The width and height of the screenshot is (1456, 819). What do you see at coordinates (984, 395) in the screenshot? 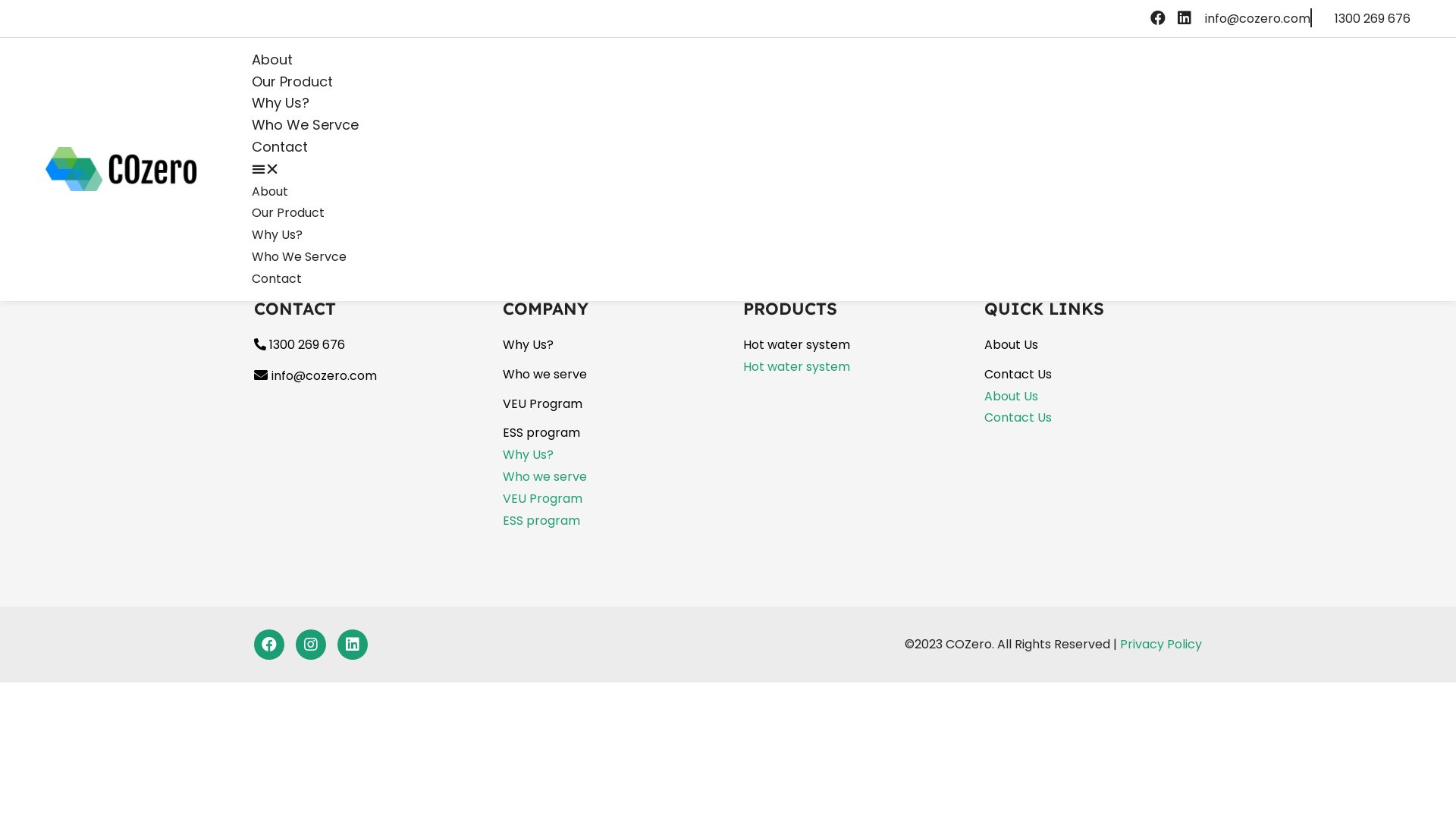
I see `'About Us'` at bounding box center [984, 395].